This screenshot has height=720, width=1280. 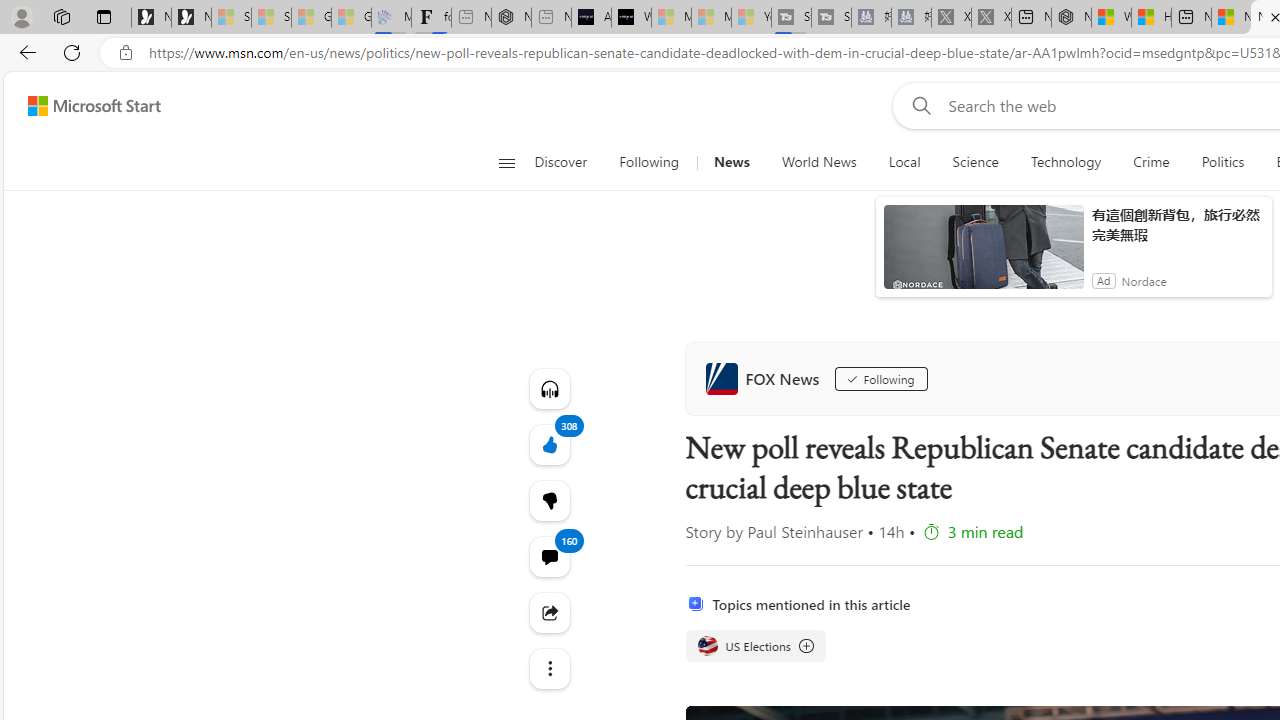 What do you see at coordinates (903, 162) in the screenshot?
I see `'Local'` at bounding box center [903, 162].